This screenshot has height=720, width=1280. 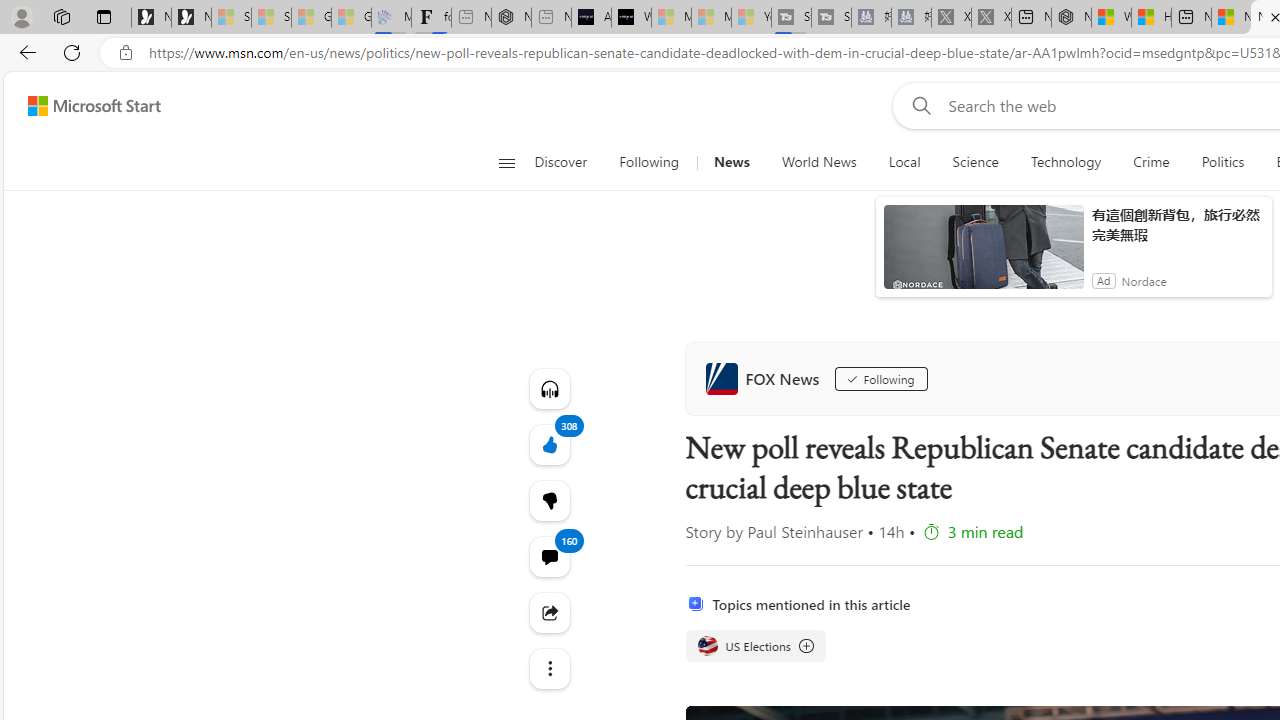 What do you see at coordinates (903, 162) in the screenshot?
I see `'Local'` at bounding box center [903, 162].